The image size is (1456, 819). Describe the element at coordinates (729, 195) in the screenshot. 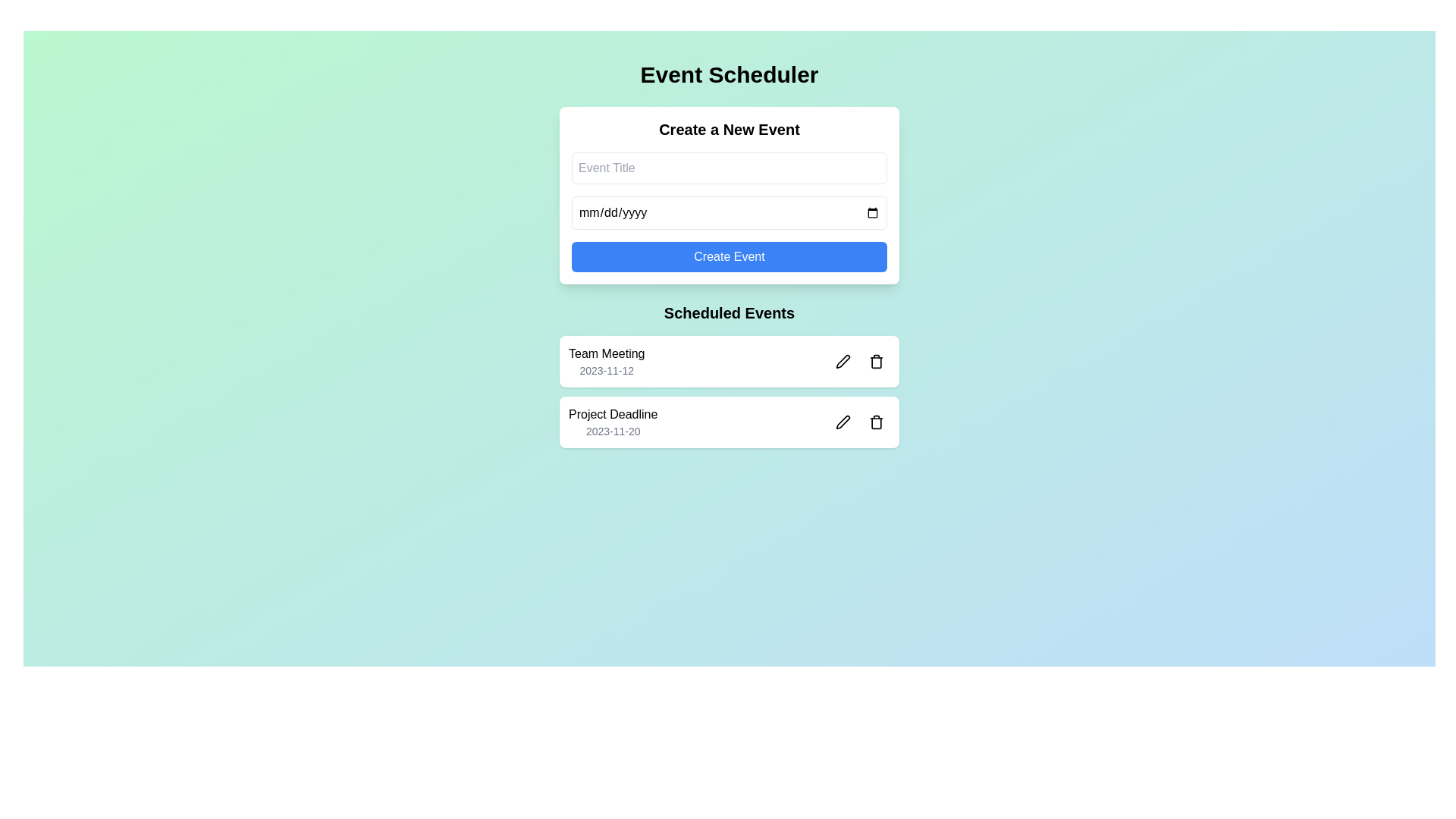

I see `the date input field of the 'Create a New Event' form` at that location.